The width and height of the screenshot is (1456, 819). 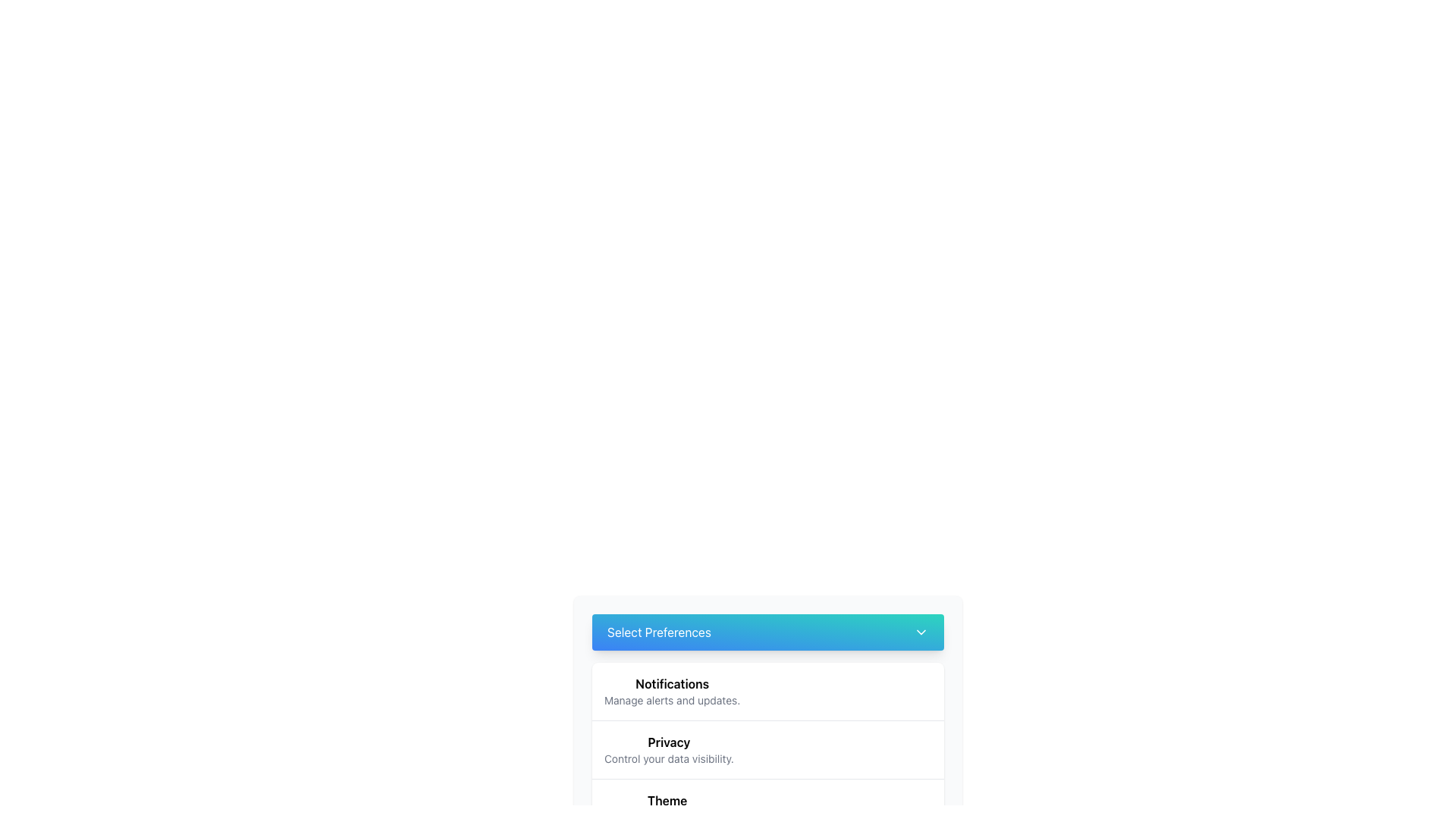 I want to click on the 'Notifications' text label, which is styled in bold and prominently positioned at the top of its section, beneath the blue header 'Select Preferences.', so click(x=671, y=684).